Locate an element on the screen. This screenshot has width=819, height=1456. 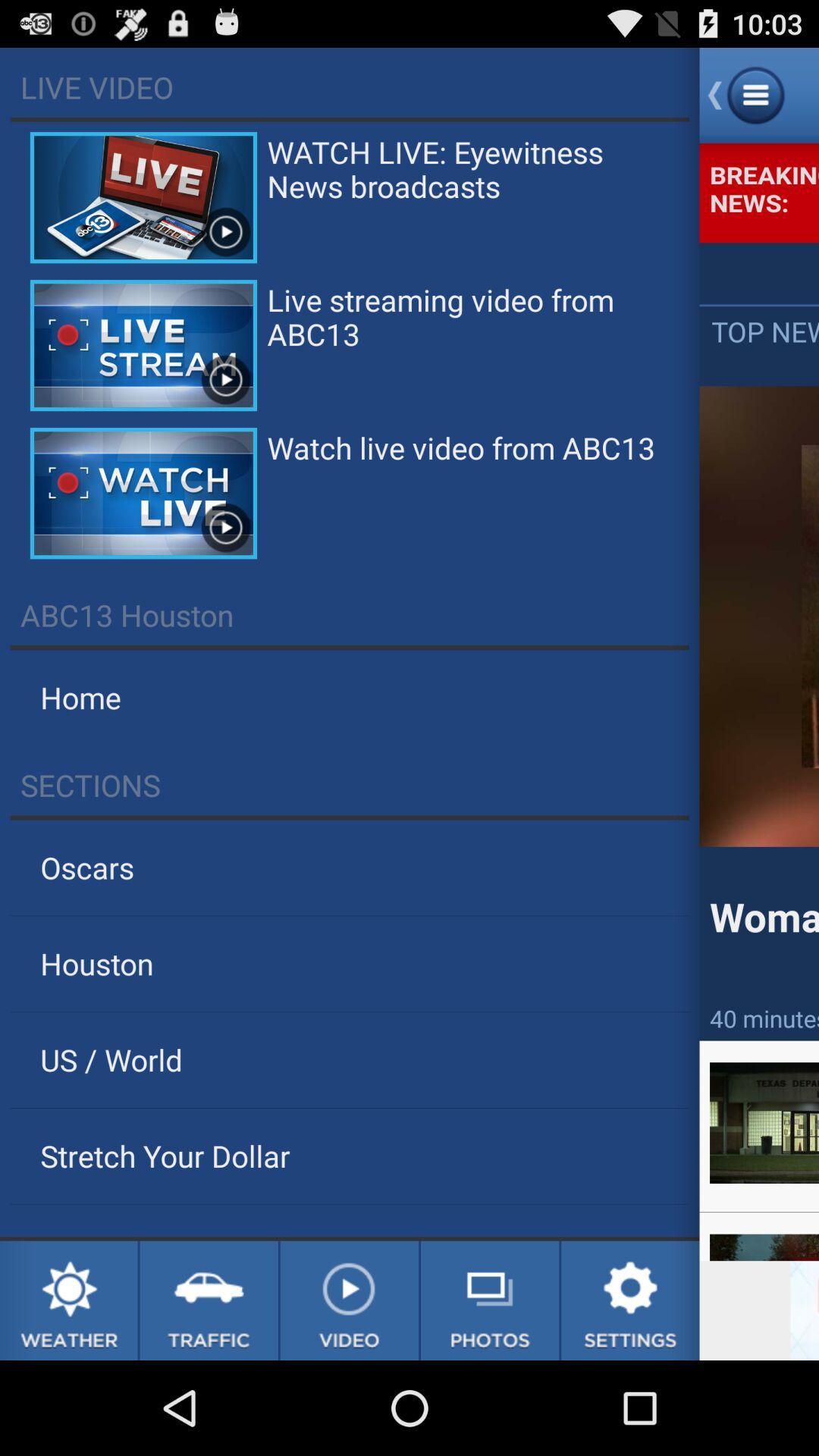
weather button is located at coordinates (68, 1300).